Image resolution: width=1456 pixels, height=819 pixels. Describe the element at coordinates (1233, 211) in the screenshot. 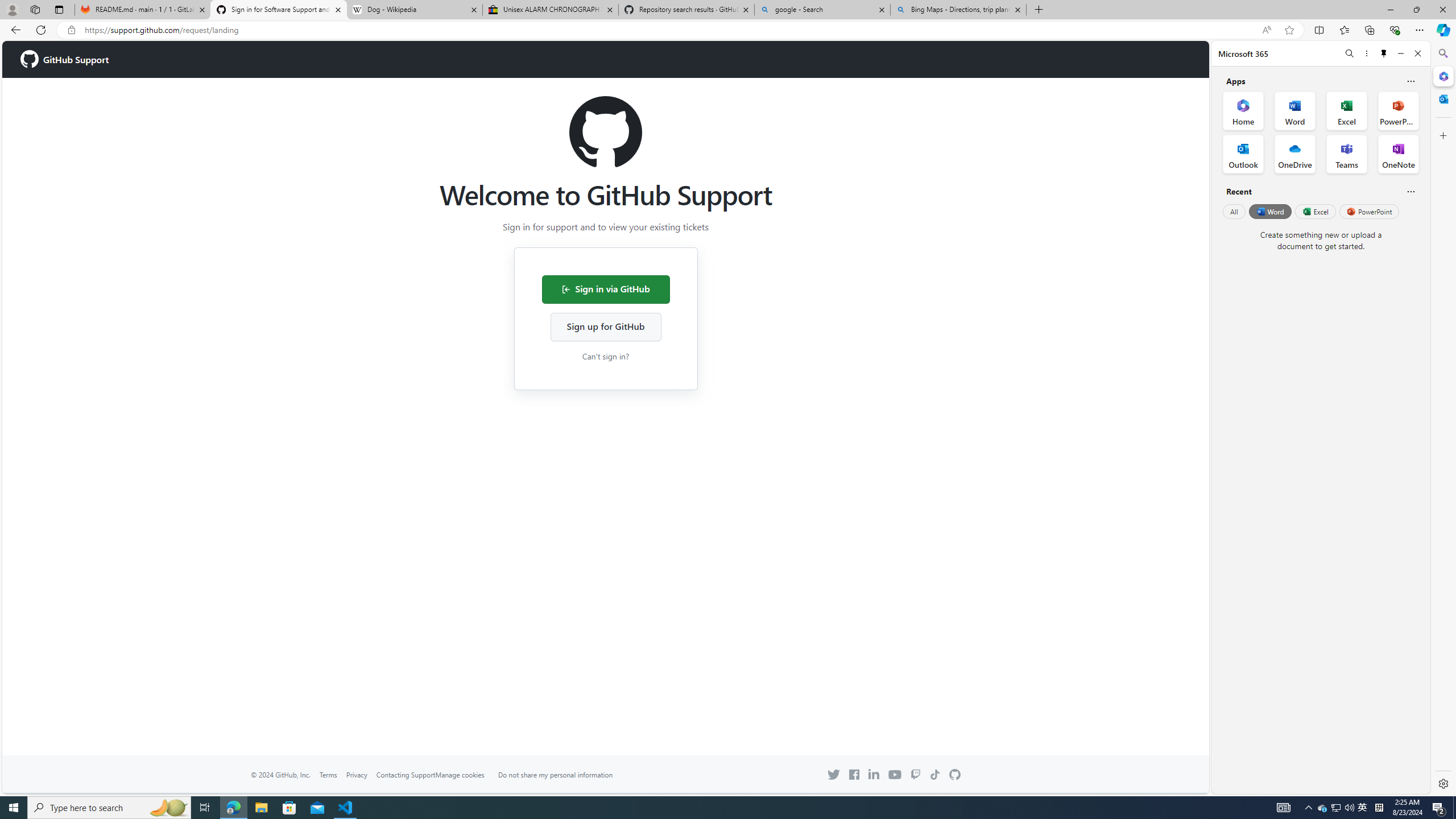

I see `'All'` at that location.